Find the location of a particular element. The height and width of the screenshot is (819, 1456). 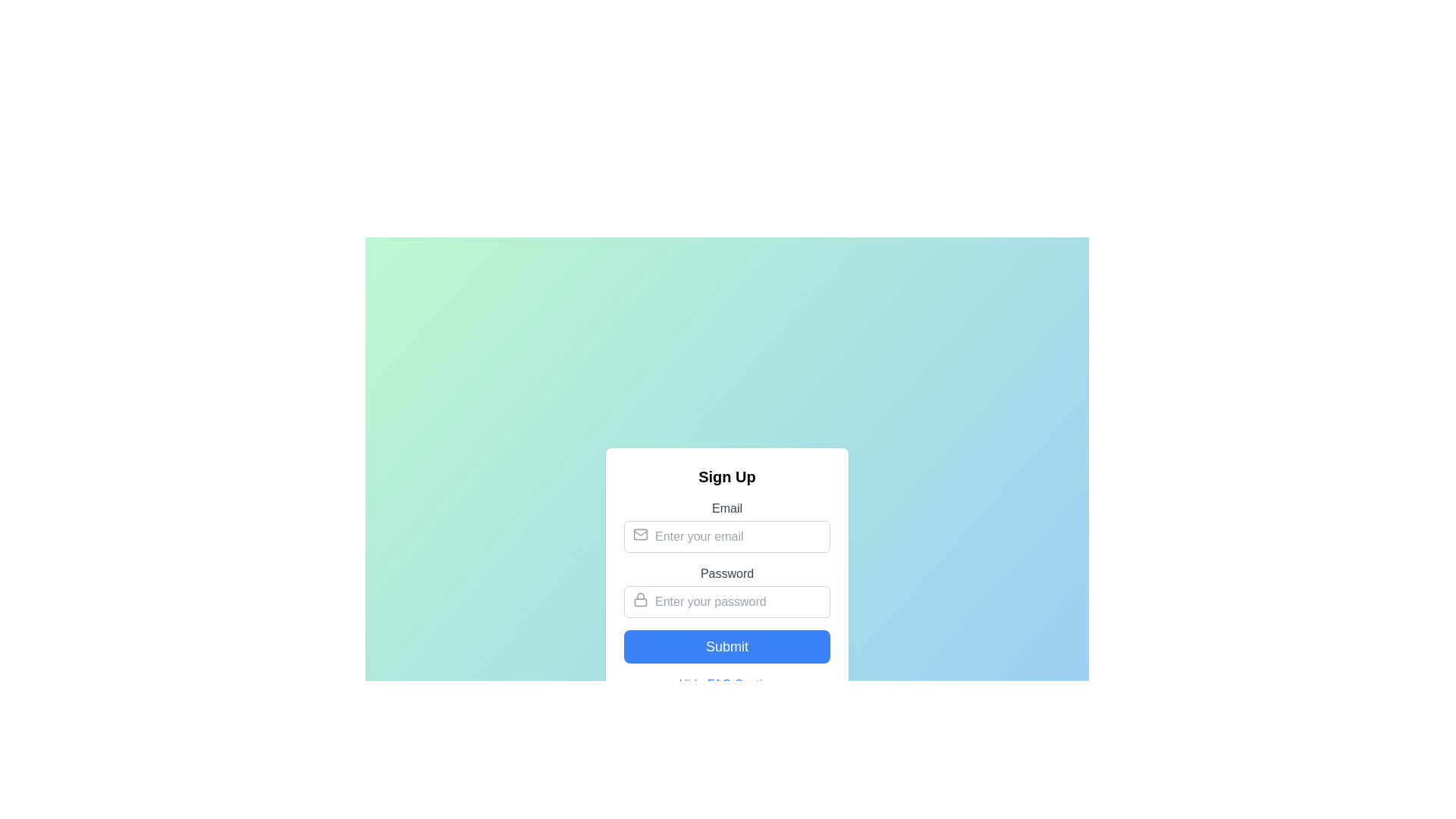

the decorative lock icon located inside the password input field, which visually indicates that the field is for entering a password is located at coordinates (640, 598).